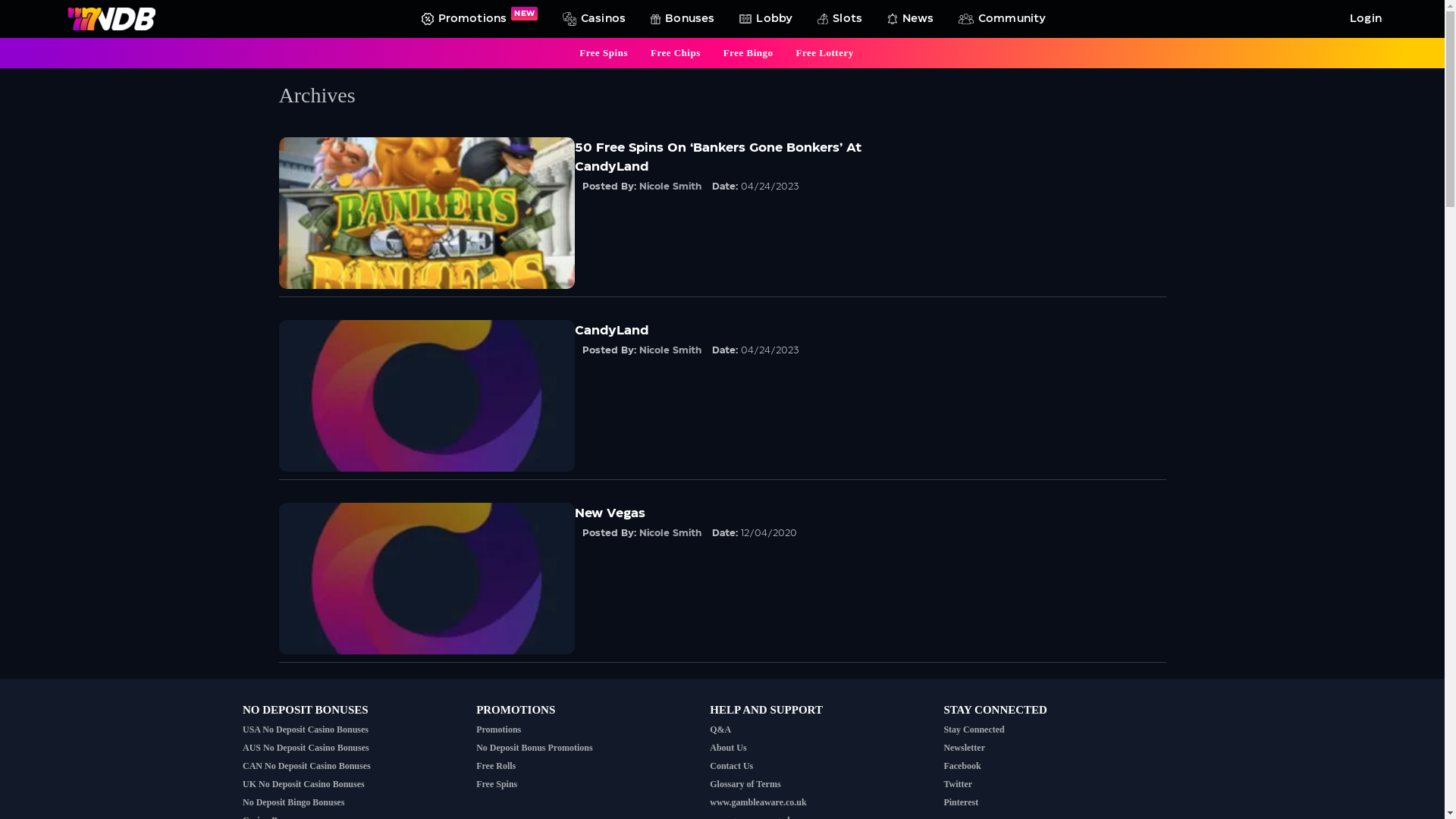 The height and width of the screenshot is (819, 1456). I want to click on 'Q&A', so click(720, 728).